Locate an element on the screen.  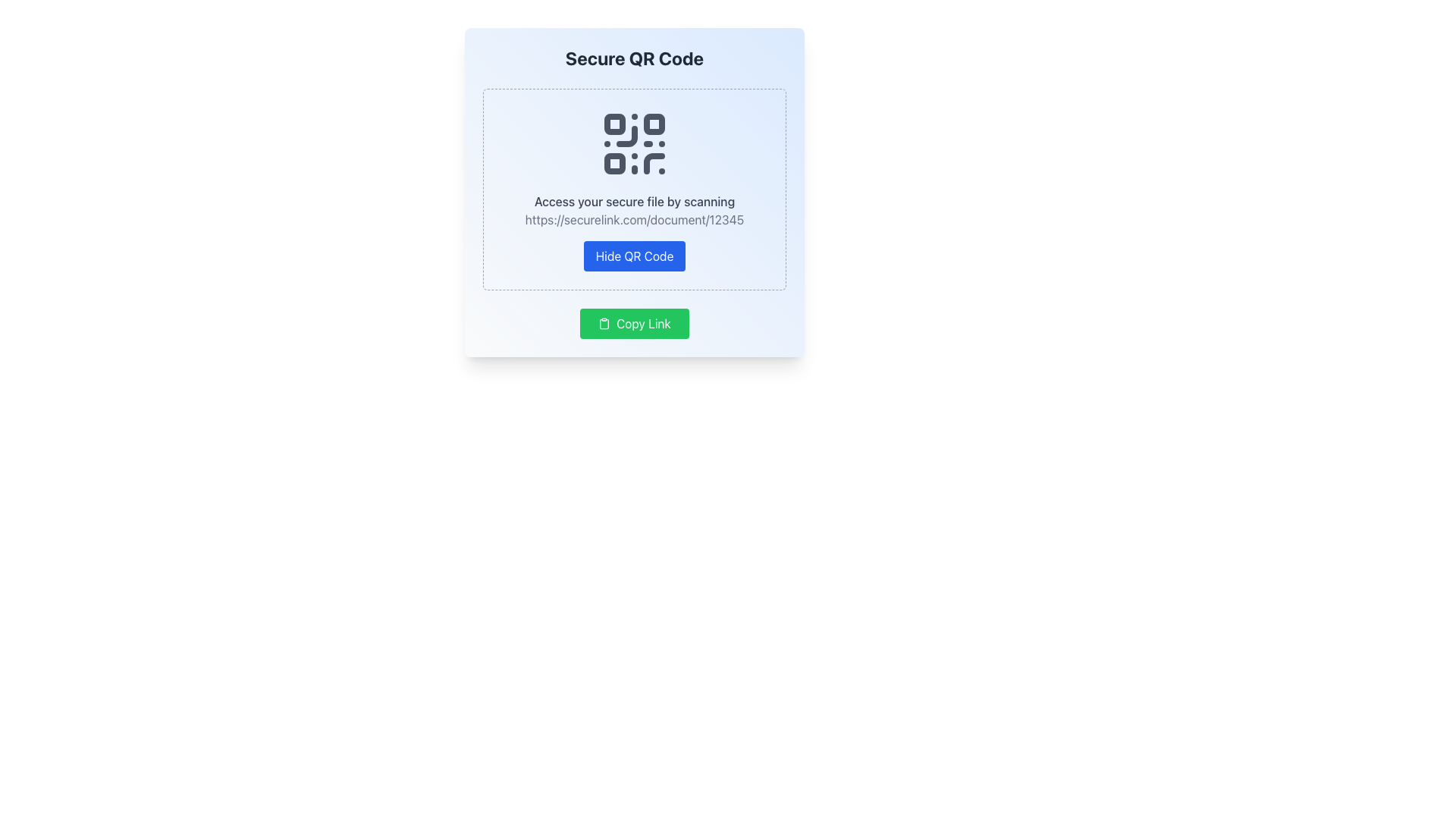
the SVG rectangle that is part of the QR code, located in the first column of squares and positioned lower within the QR code pattern is located at coordinates (615, 164).